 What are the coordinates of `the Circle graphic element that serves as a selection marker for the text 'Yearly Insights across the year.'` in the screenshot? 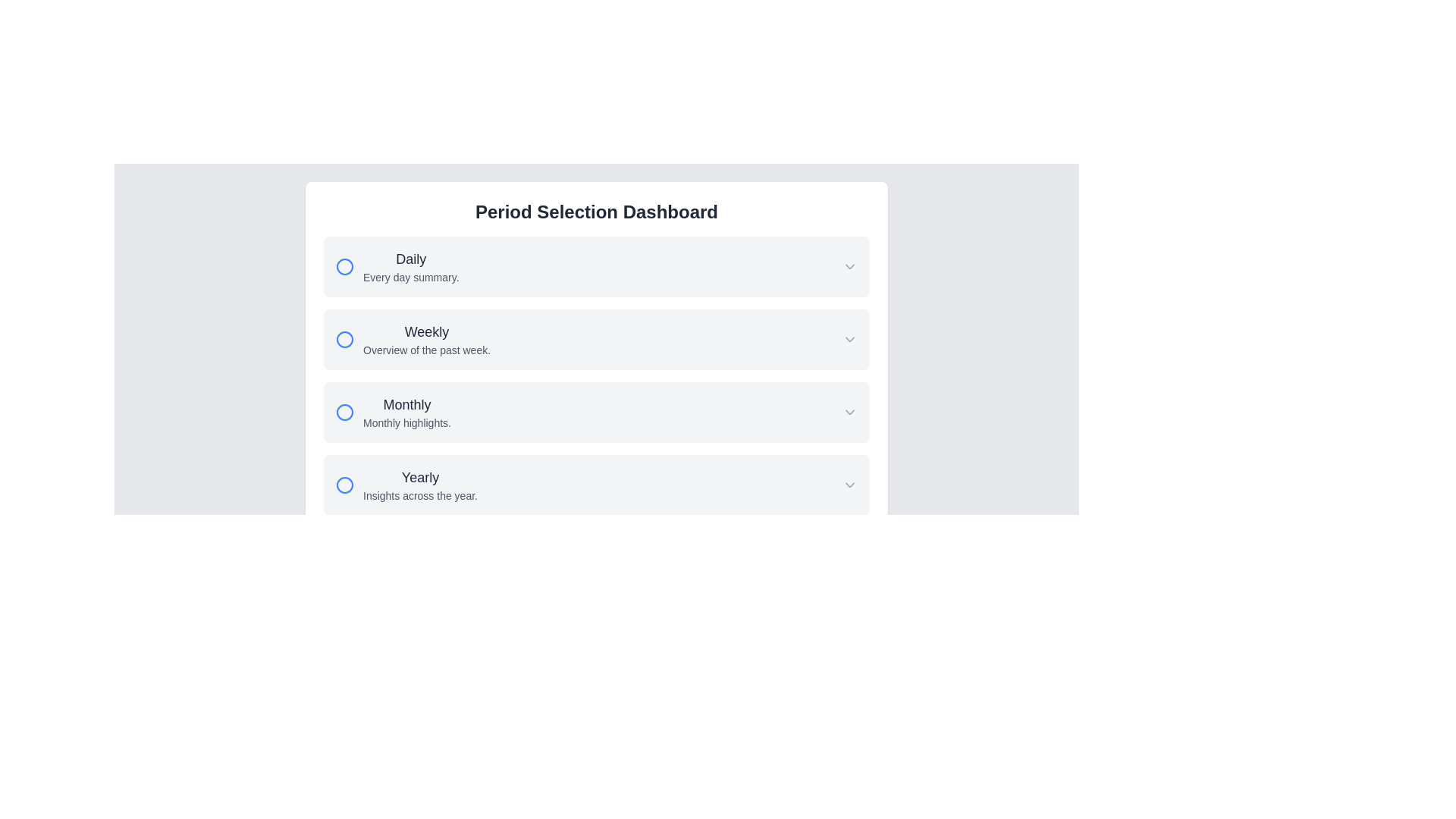 It's located at (344, 485).